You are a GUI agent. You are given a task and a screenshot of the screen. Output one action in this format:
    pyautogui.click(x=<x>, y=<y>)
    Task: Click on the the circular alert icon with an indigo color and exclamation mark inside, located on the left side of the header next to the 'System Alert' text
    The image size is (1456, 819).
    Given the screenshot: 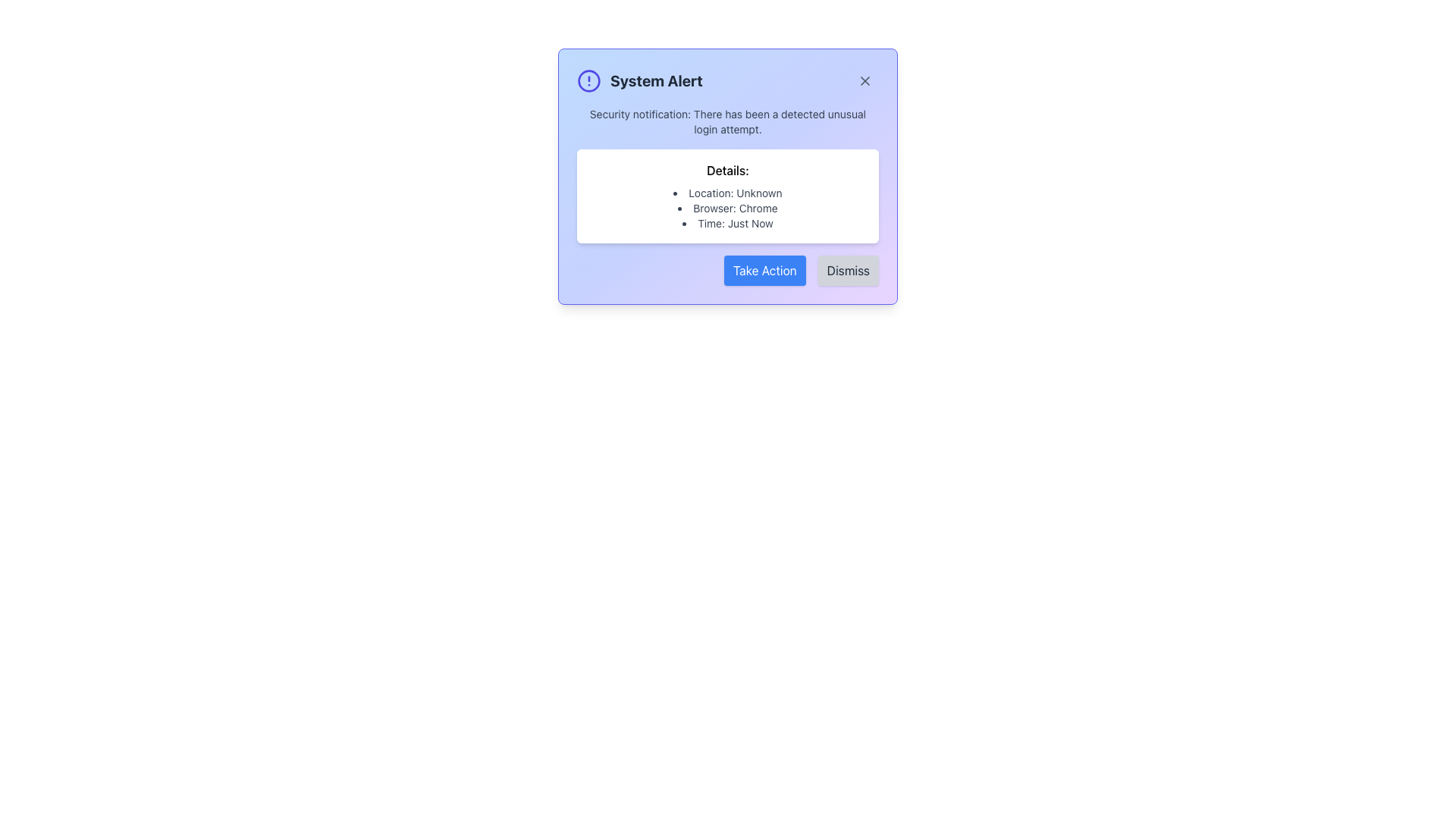 What is the action you would take?
    pyautogui.click(x=588, y=81)
    